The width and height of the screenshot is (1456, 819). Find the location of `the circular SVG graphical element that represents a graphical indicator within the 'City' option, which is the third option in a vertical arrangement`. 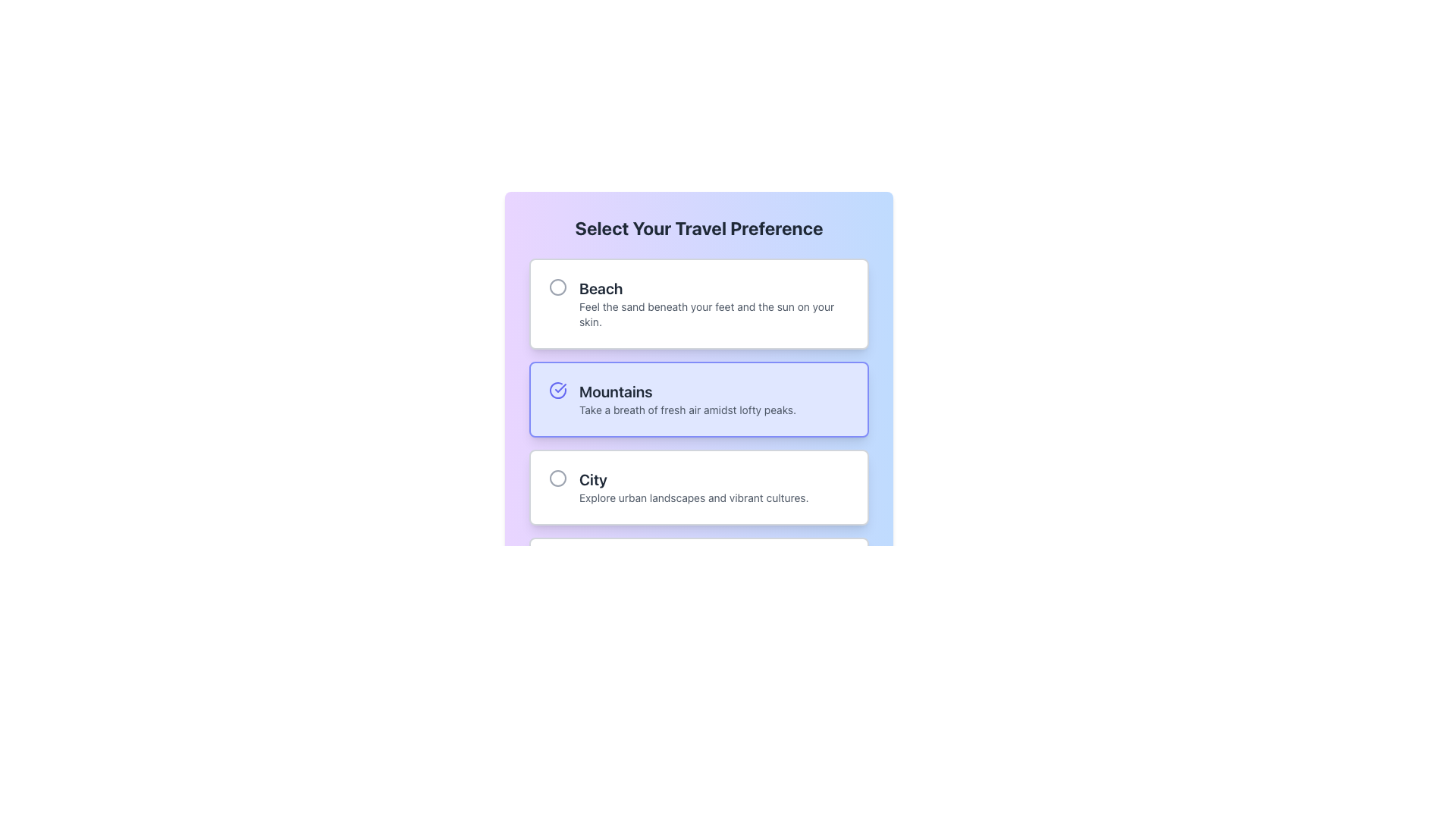

the circular SVG graphical element that represents a graphical indicator within the 'City' option, which is the third option in a vertical arrangement is located at coordinates (557, 479).